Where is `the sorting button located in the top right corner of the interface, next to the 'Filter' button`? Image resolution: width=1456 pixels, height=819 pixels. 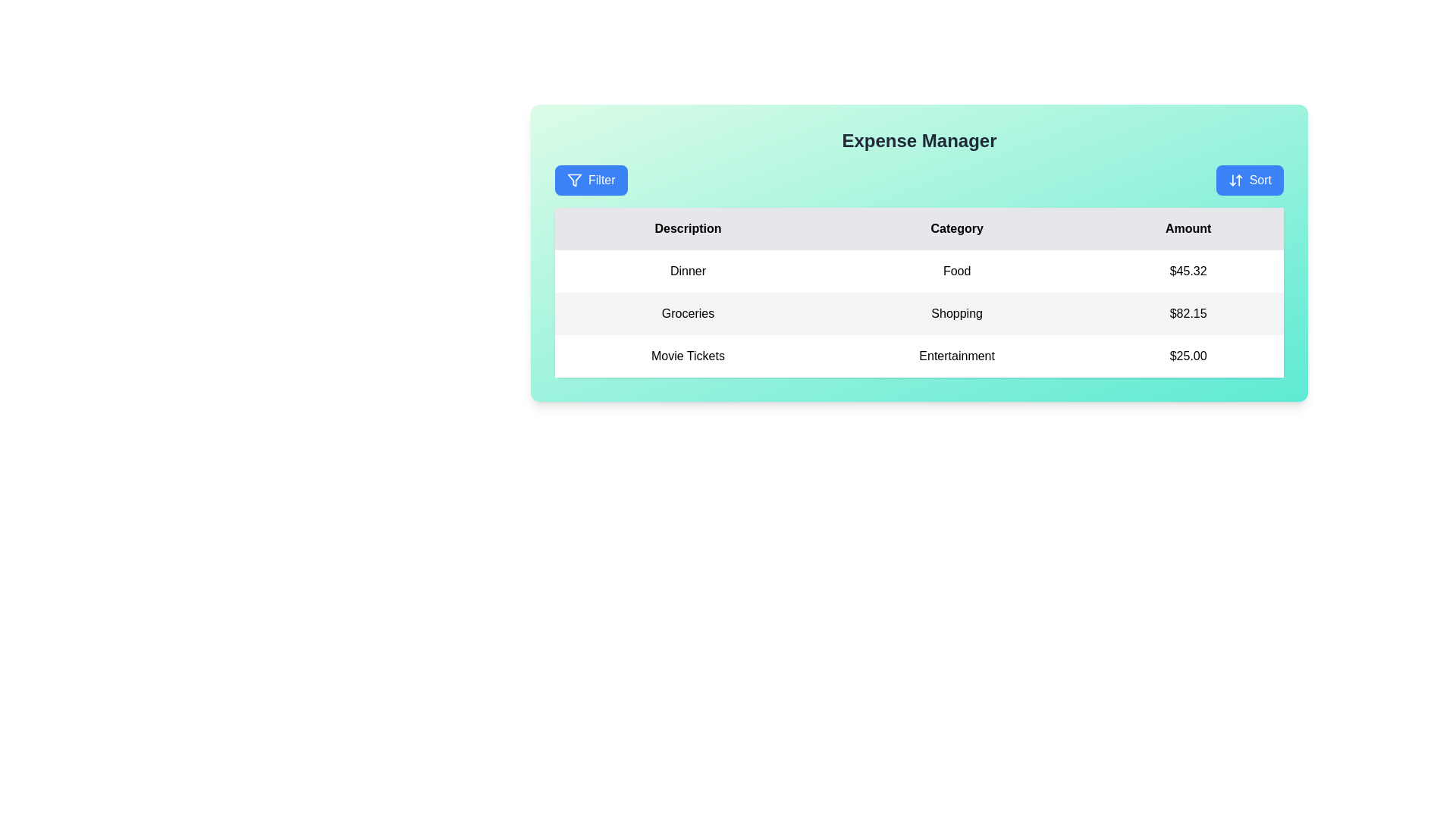
the sorting button located in the top right corner of the interface, next to the 'Filter' button is located at coordinates (1250, 180).